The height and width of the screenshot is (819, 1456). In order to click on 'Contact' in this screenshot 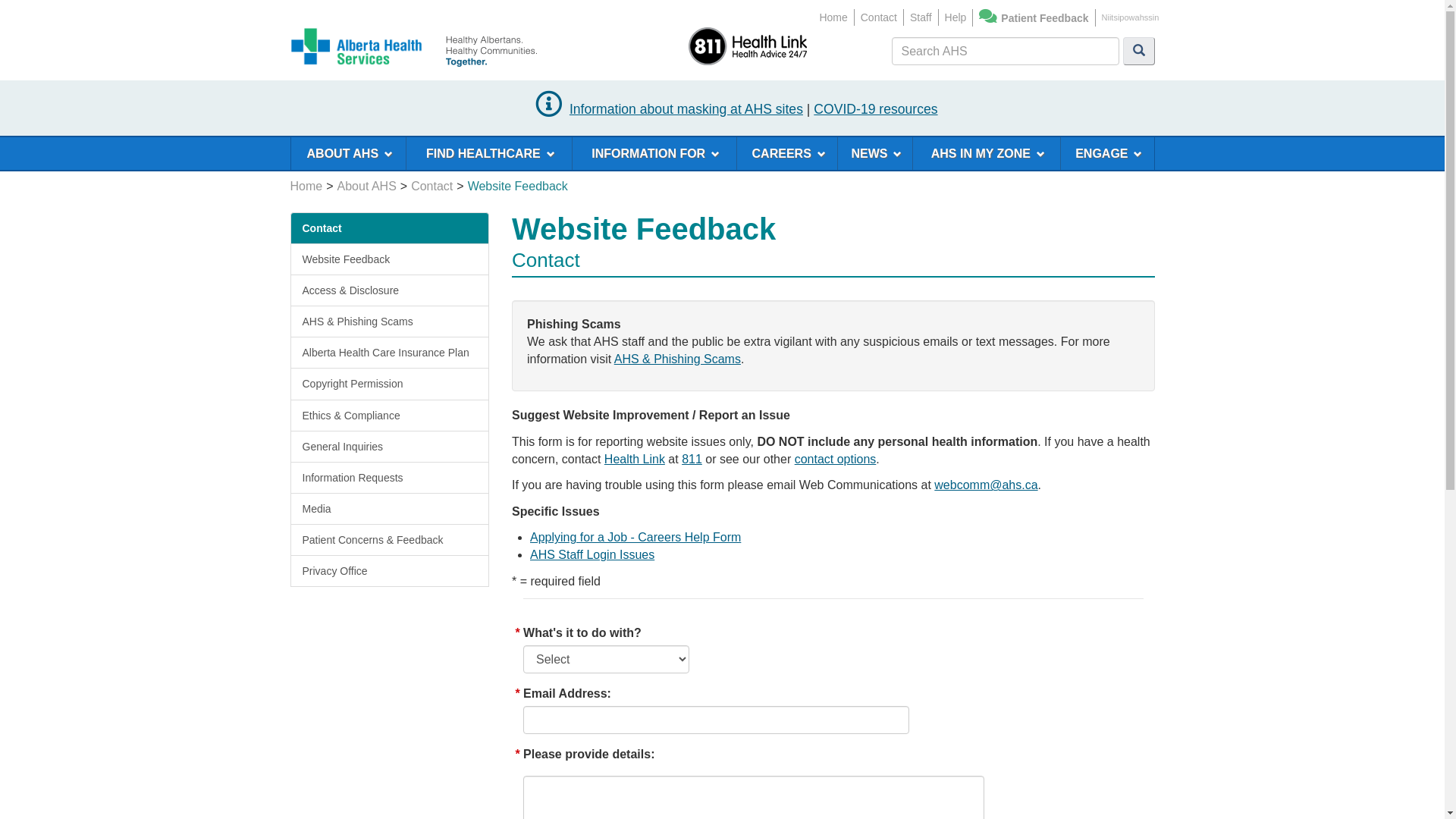, I will do `click(431, 185)`.